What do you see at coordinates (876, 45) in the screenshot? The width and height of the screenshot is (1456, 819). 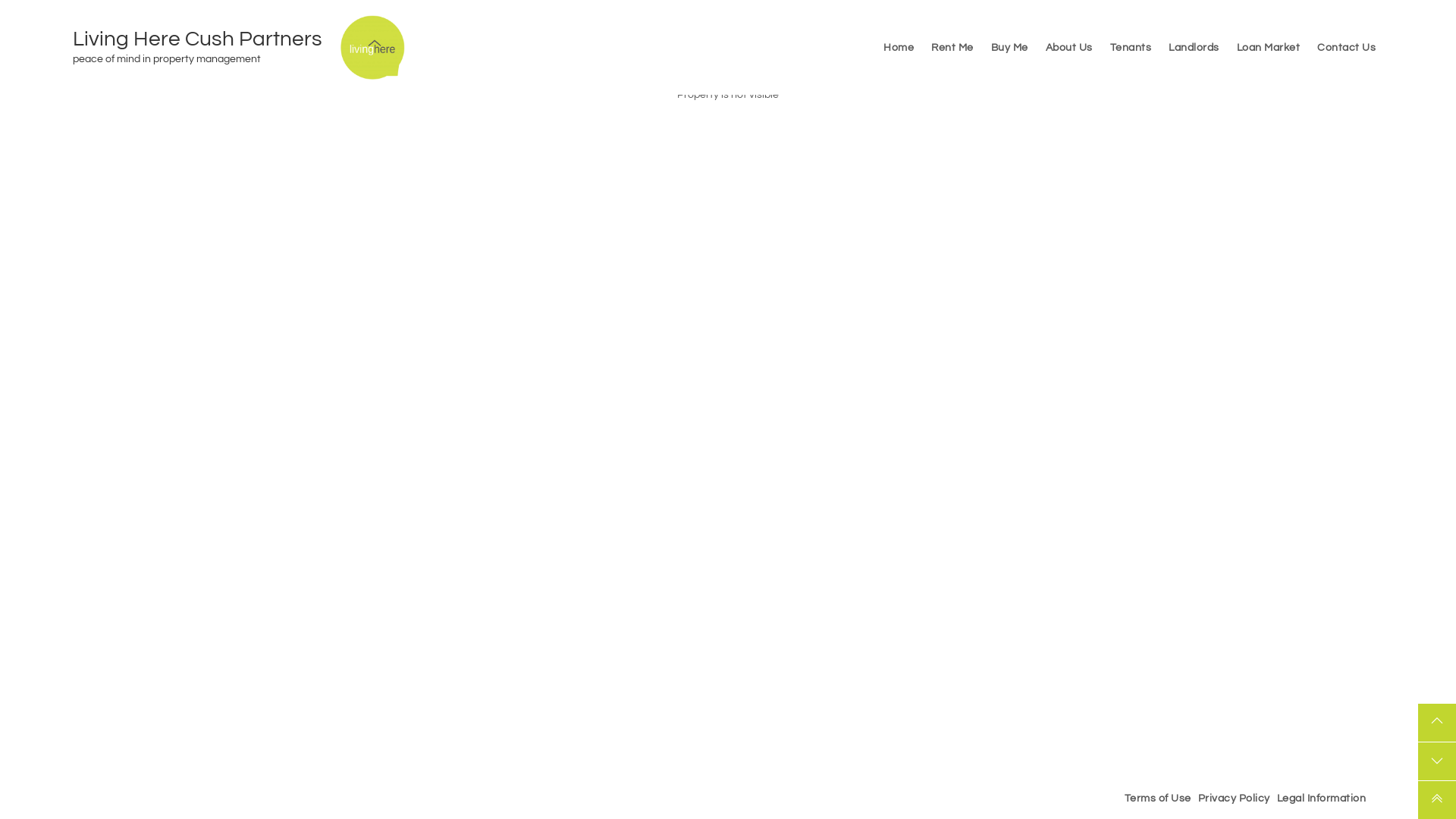 I see `'Home'` at bounding box center [876, 45].